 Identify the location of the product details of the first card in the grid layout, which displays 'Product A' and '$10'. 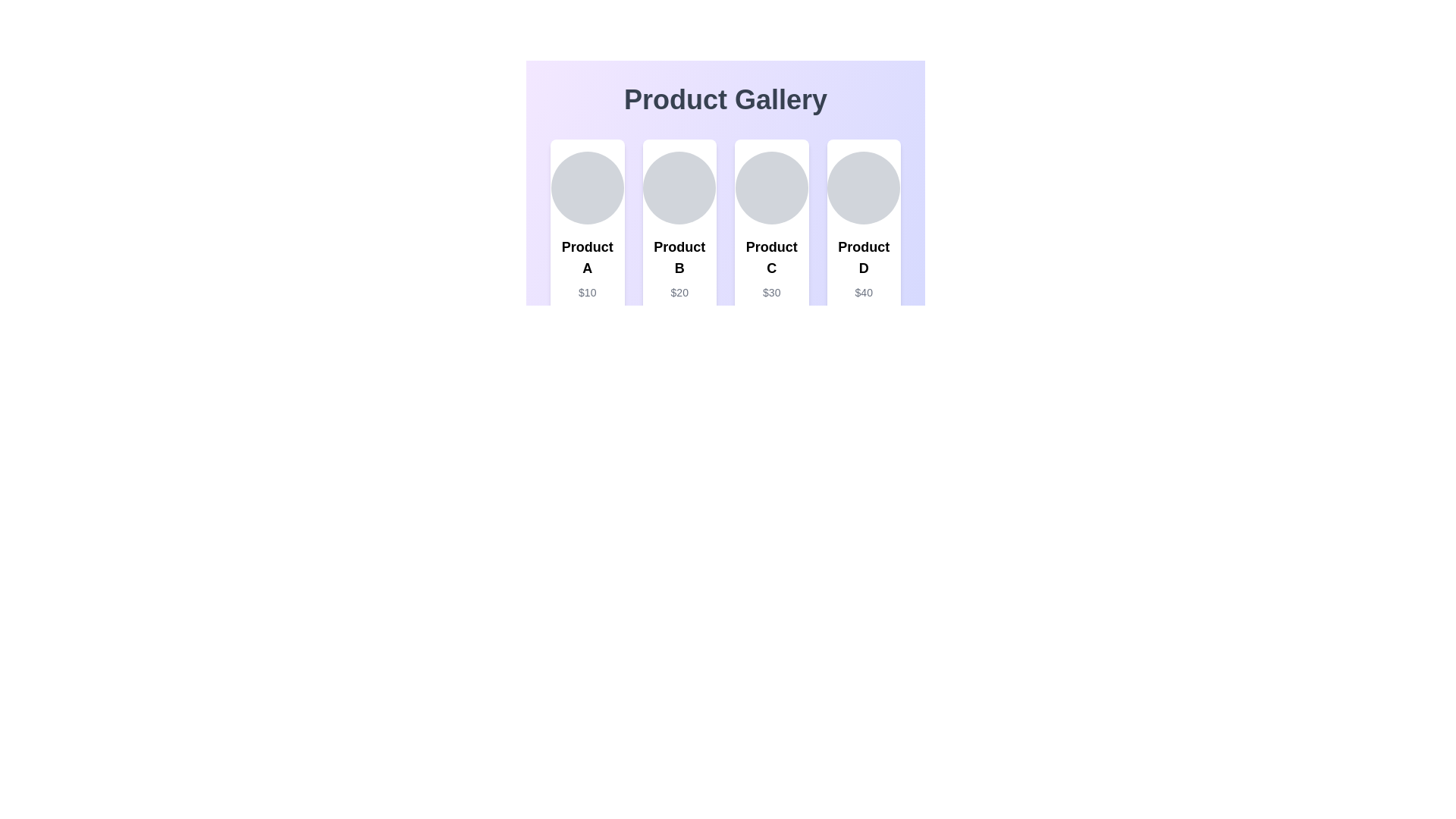
(586, 245).